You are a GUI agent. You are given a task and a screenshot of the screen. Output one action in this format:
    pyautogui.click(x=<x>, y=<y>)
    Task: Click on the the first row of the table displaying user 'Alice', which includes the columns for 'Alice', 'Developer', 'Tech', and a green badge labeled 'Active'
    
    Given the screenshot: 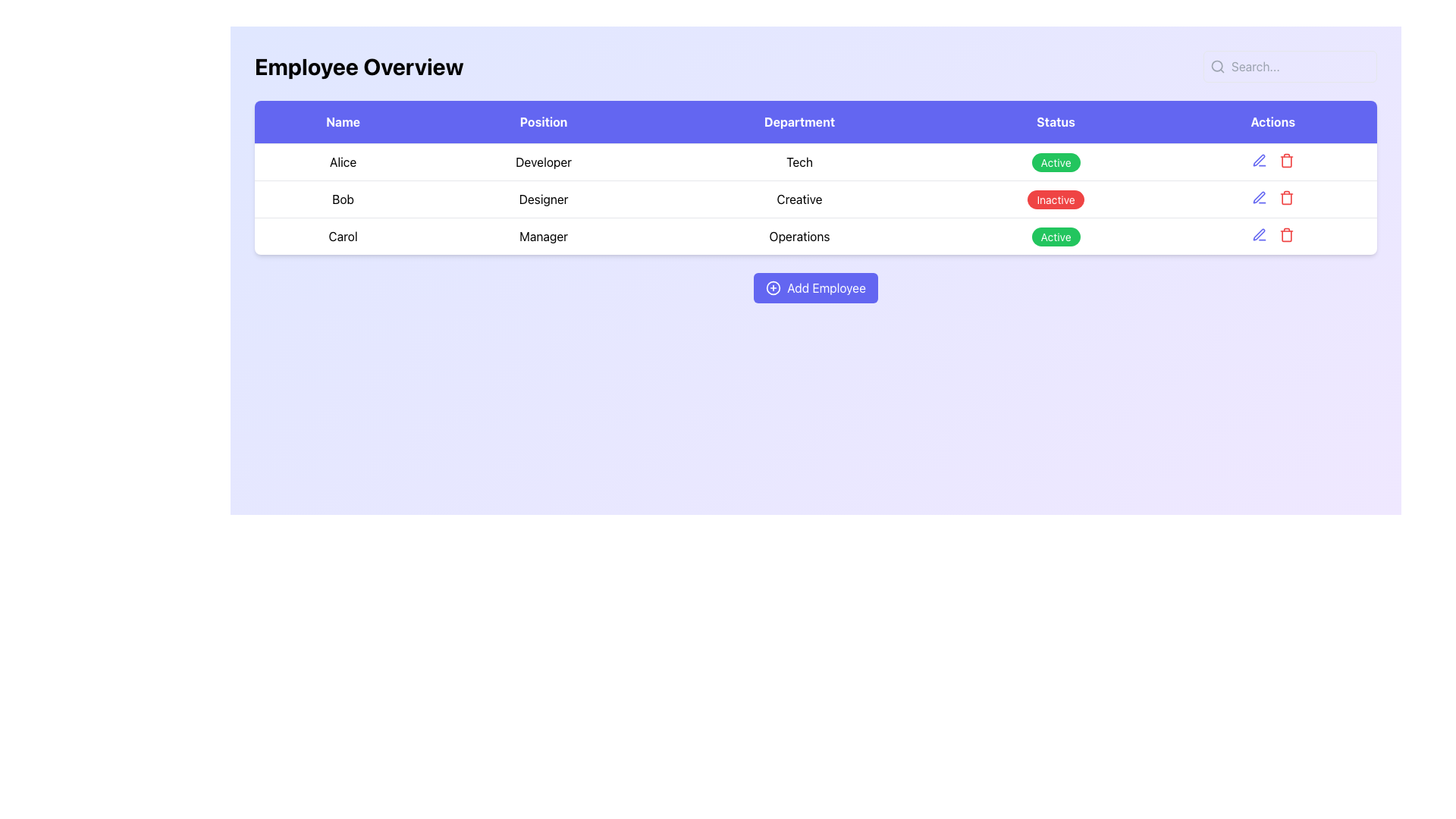 What is the action you would take?
    pyautogui.click(x=814, y=162)
    